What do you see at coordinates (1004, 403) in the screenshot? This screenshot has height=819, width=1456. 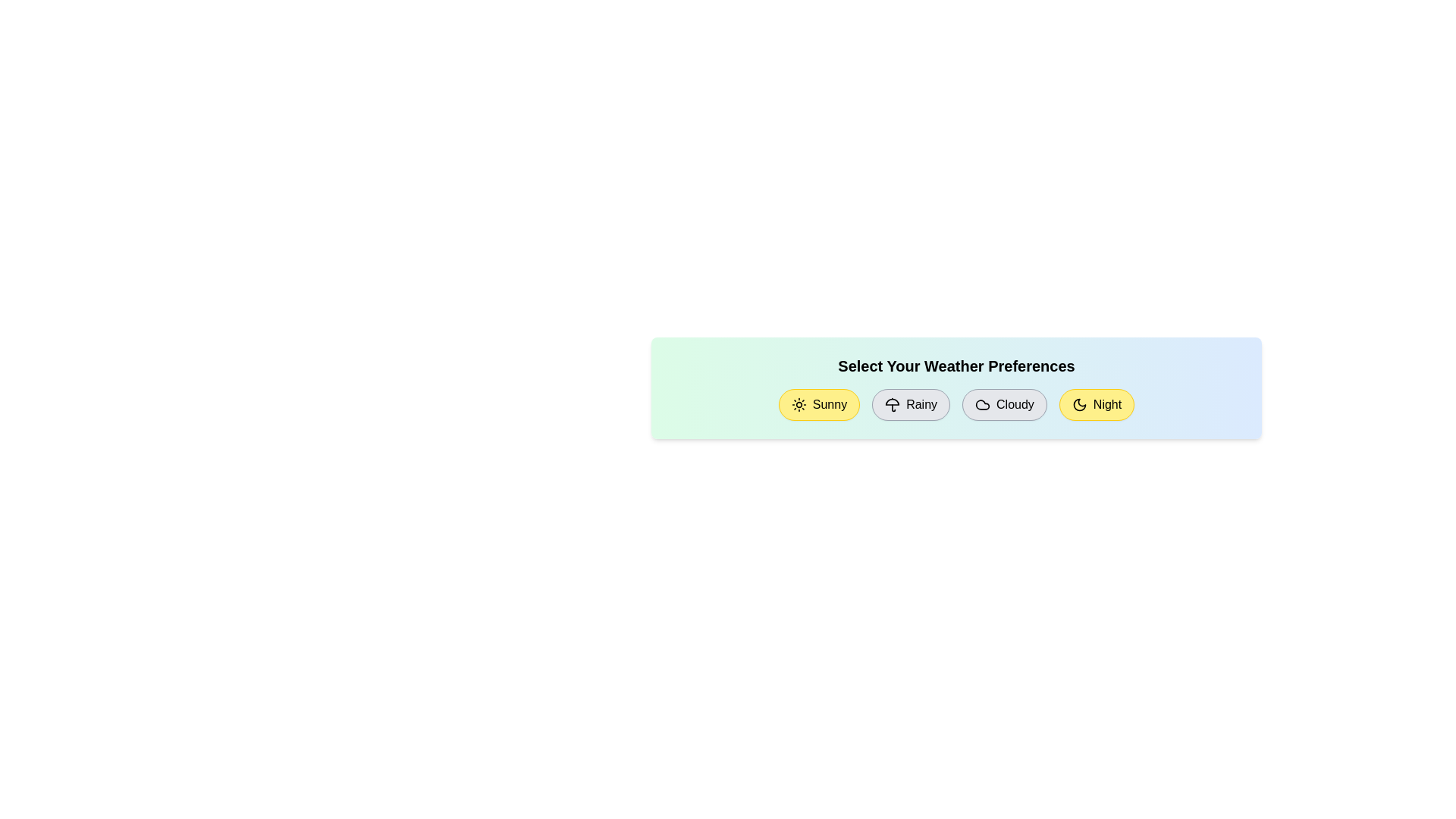 I see `the weather chip corresponding to Cloudy` at bounding box center [1004, 403].